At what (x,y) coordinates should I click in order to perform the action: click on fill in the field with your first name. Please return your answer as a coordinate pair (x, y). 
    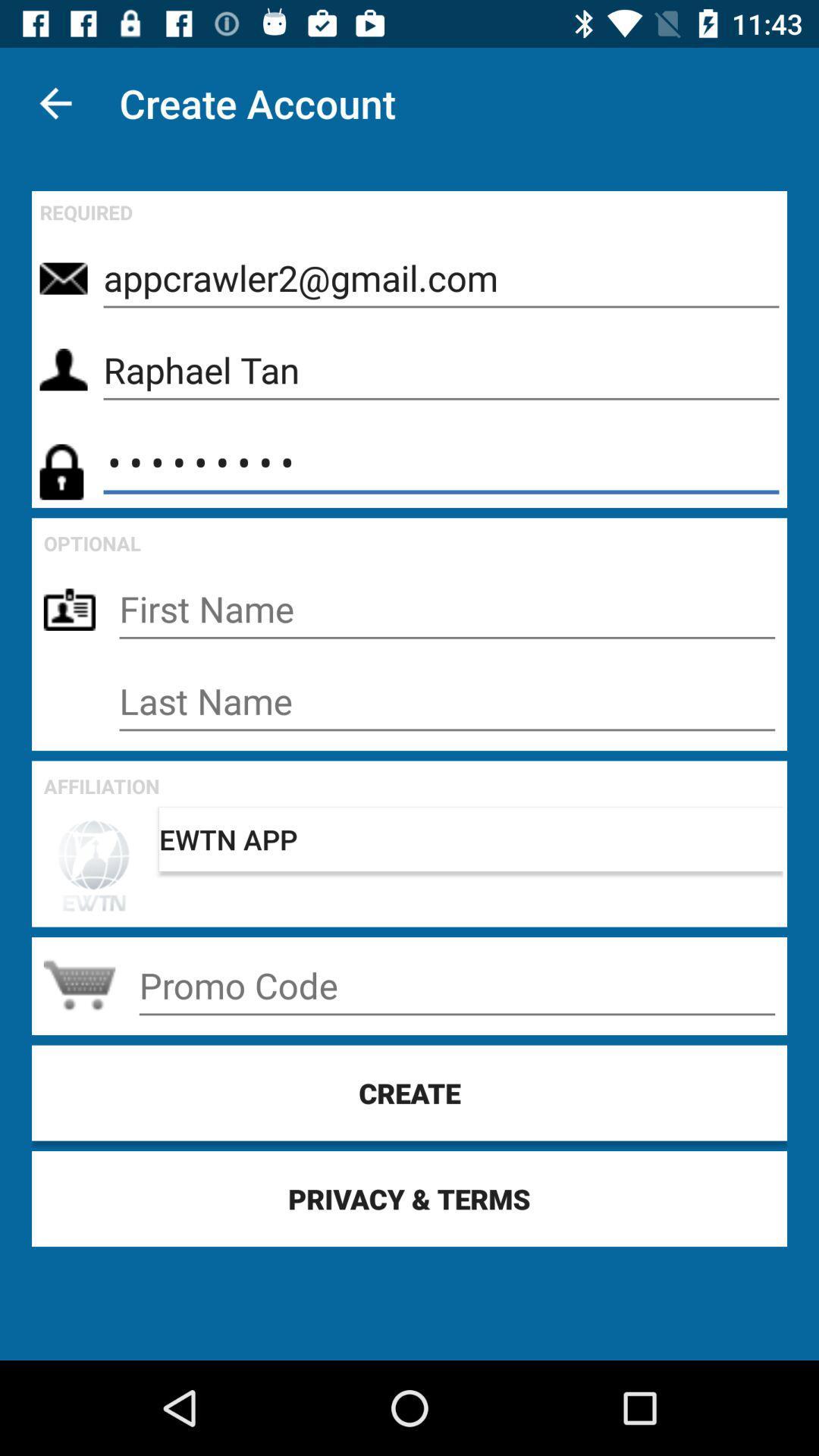
    Looking at the image, I should click on (446, 609).